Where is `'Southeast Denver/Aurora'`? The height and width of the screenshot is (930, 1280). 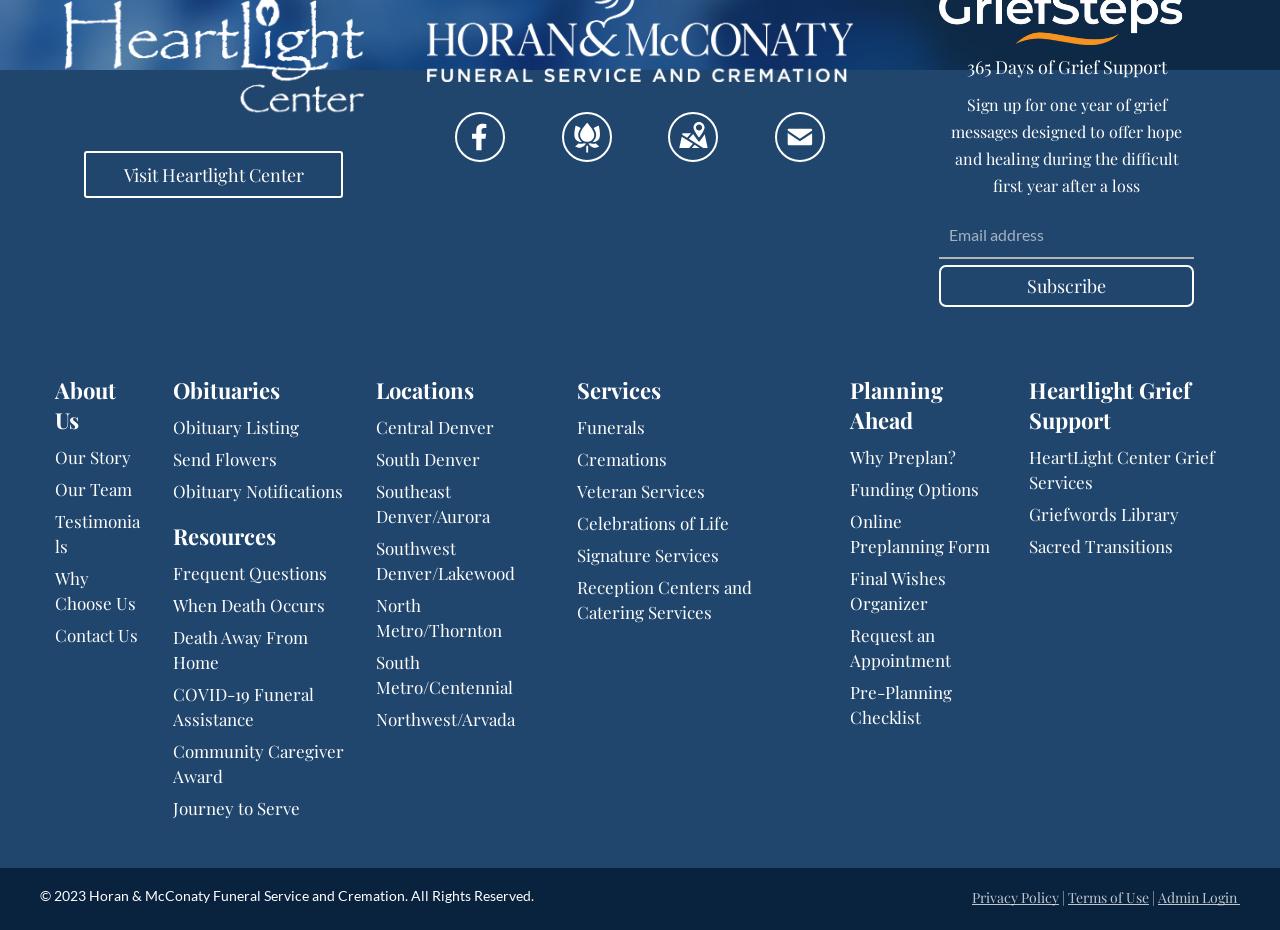
'Southeast Denver/Aurora' is located at coordinates (431, 502).